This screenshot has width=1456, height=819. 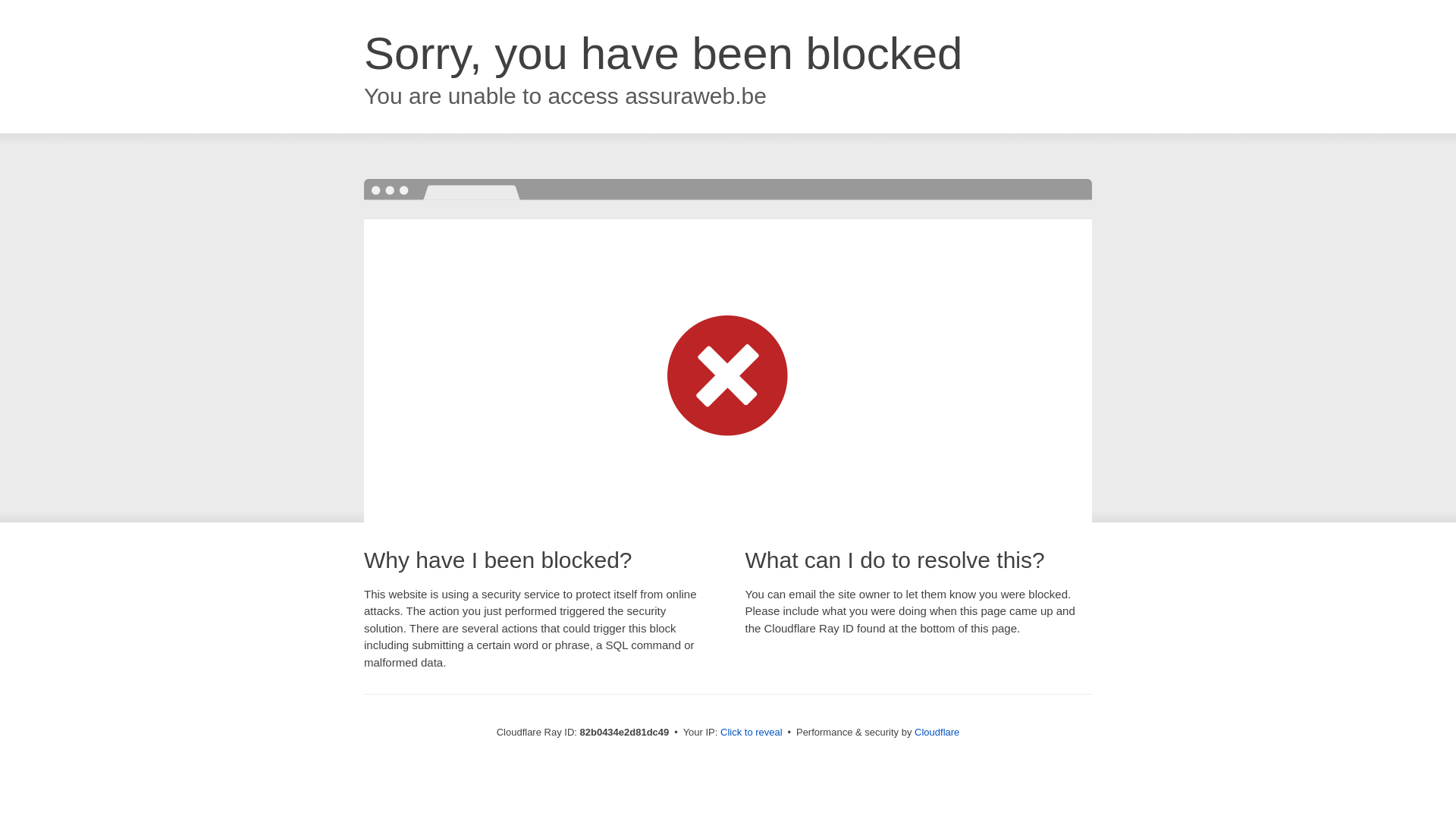 I want to click on 'Cloudflare', so click(x=936, y=731).